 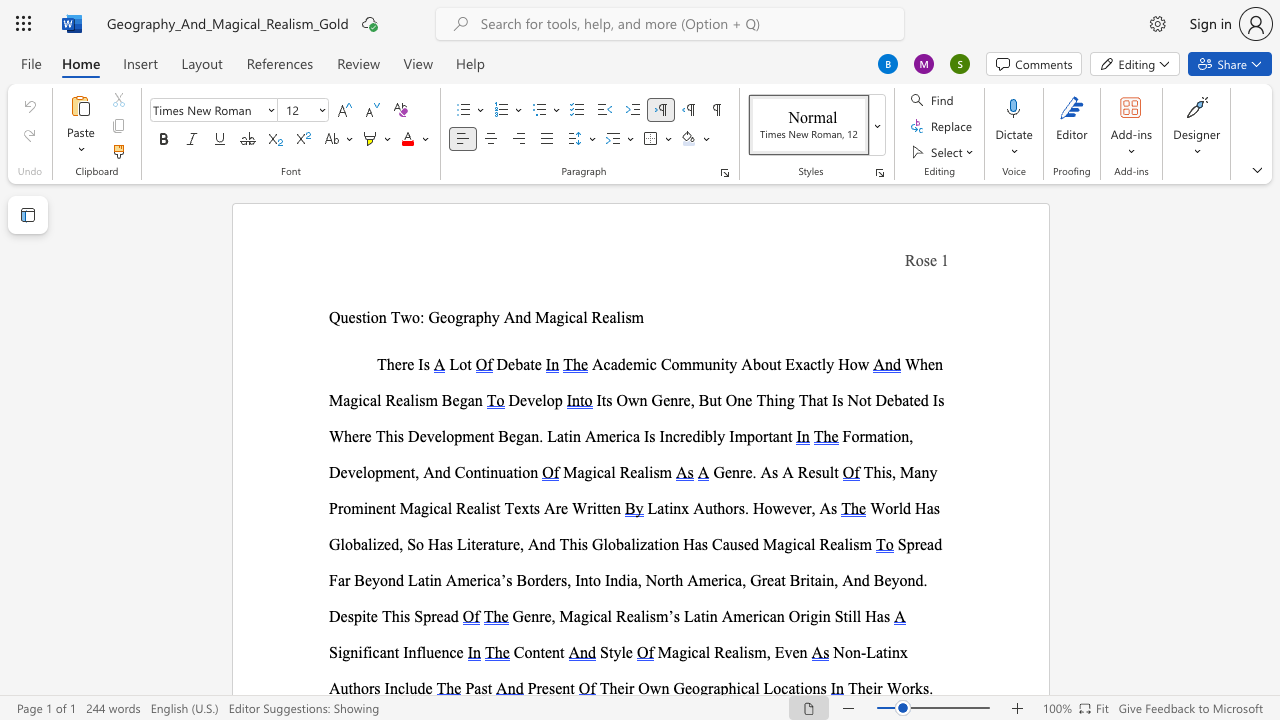 What do you see at coordinates (476, 507) in the screenshot?
I see `the 4th character "a" in the text` at bounding box center [476, 507].